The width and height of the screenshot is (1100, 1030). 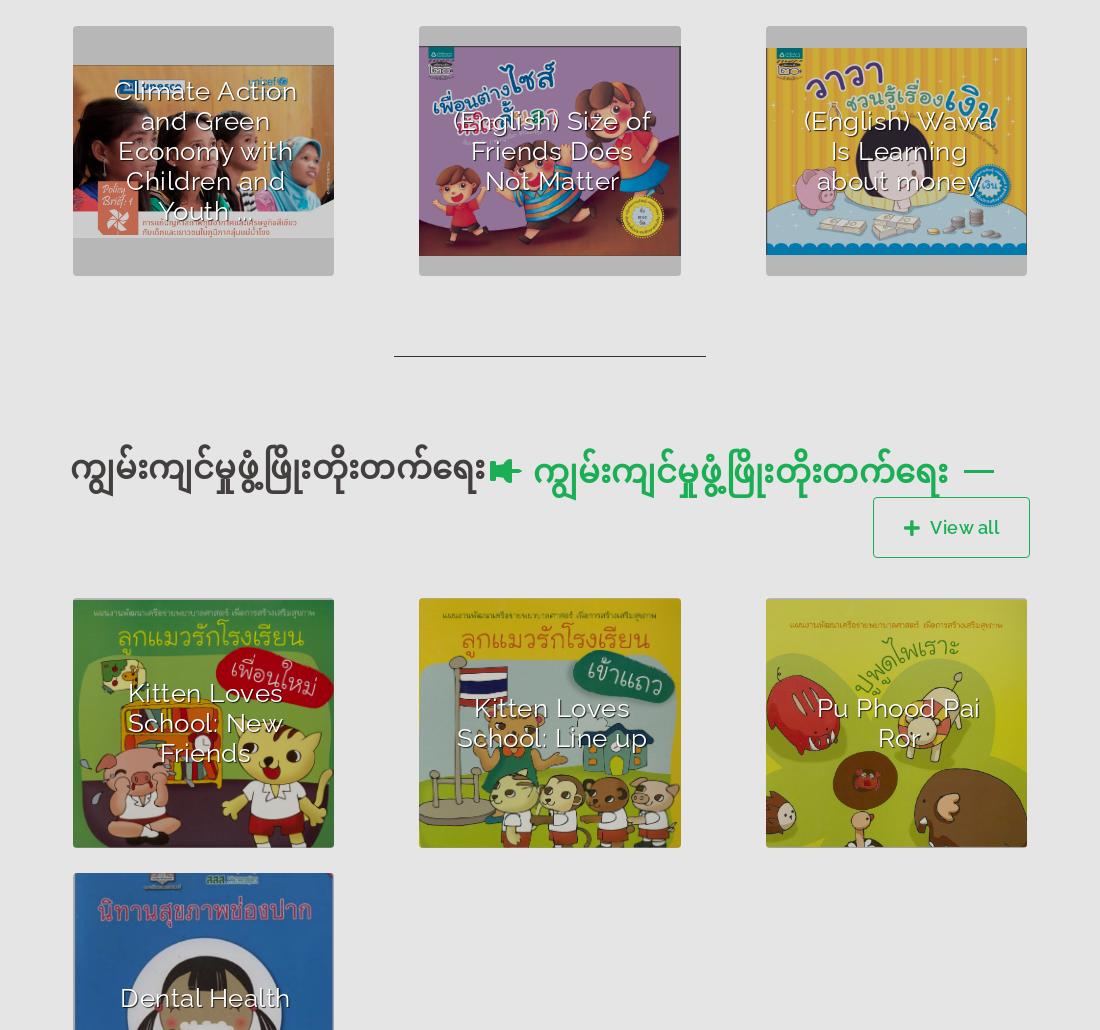 What do you see at coordinates (930, 526) in the screenshot?
I see `'View all'` at bounding box center [930, 526].